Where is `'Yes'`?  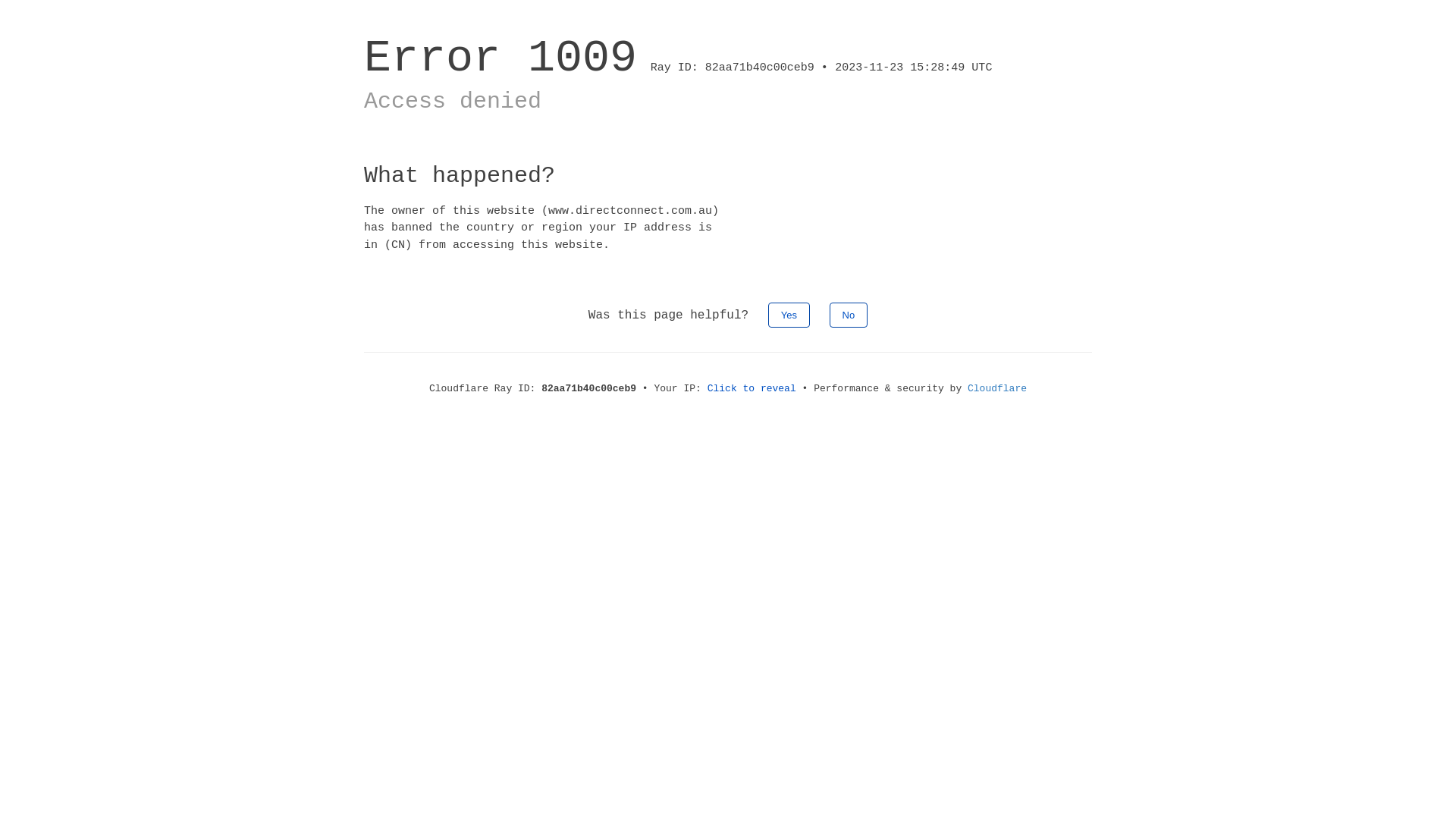
'Yes' is located at coordinates (789, 314).